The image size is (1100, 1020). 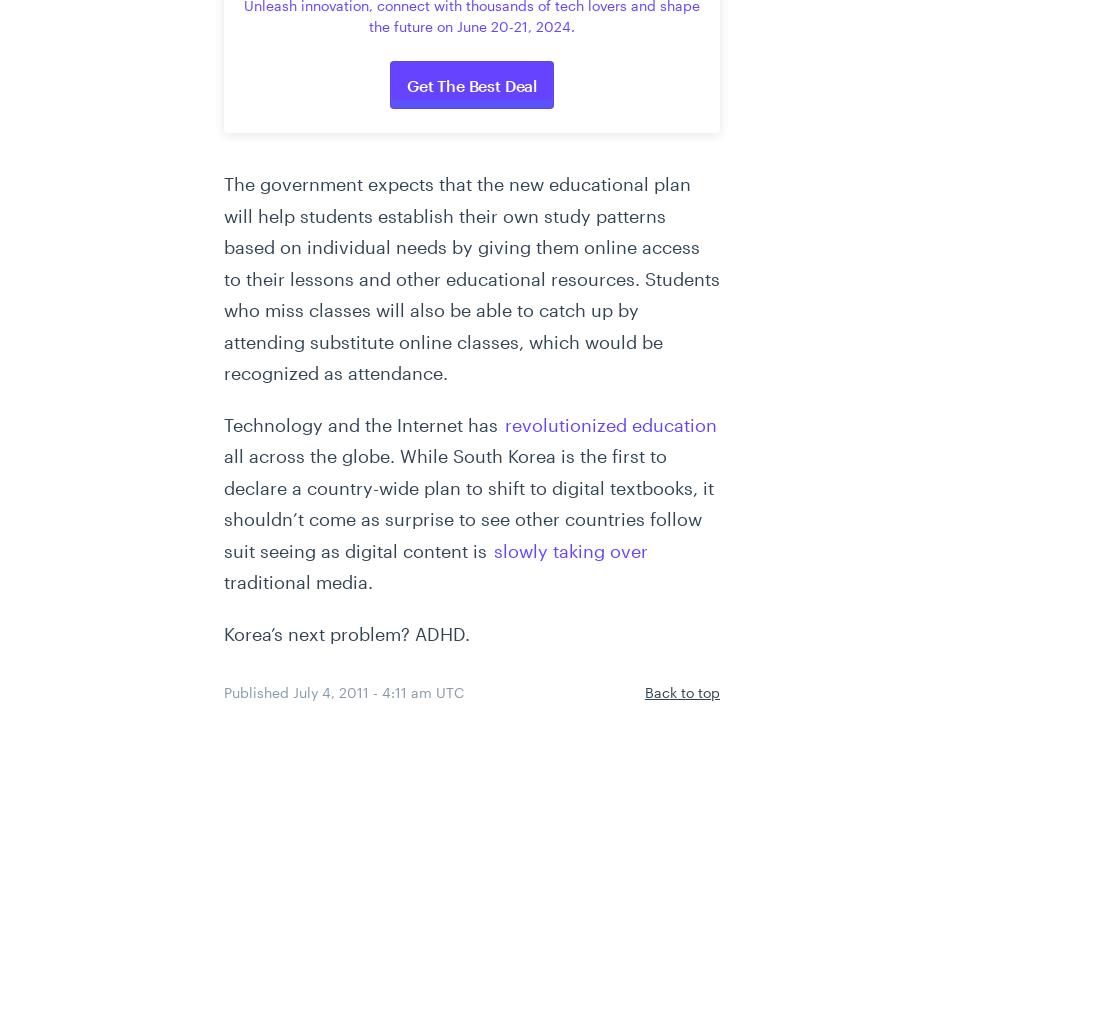 I want to click on 'Back to top', so click(x=682, y=691).